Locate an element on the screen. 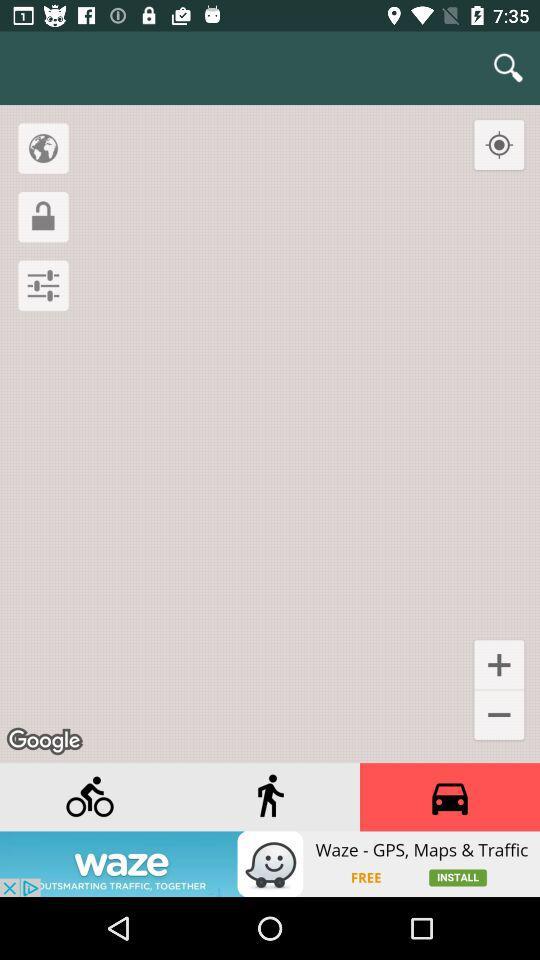 This screenshot has height=960, width=540. the globe icon is located at coordinates (43, 147).